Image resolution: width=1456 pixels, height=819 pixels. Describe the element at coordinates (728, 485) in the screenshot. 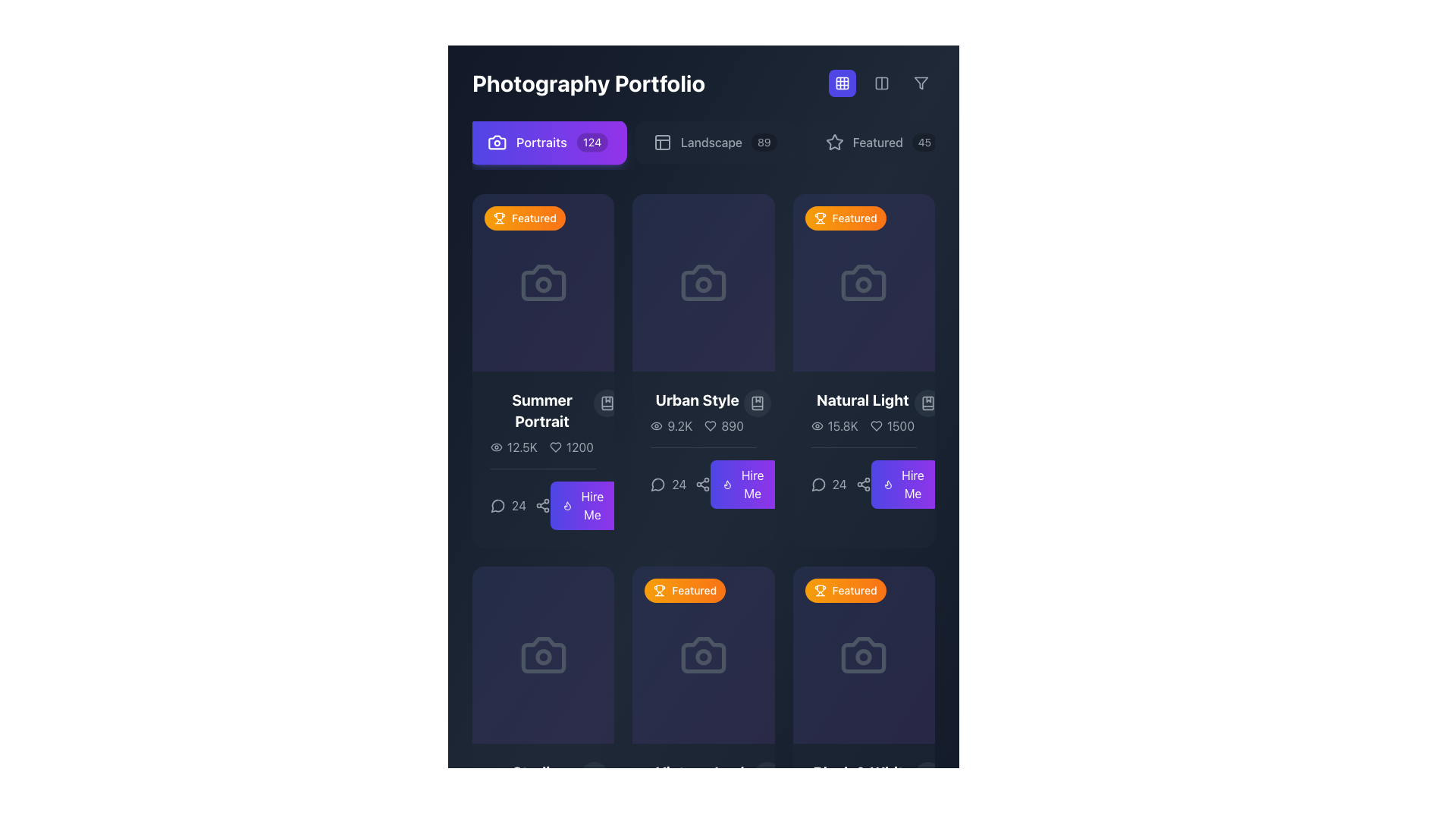

I see `the flame icon within the 'Hire Me' button on the second card of the second row in the 'Urban Style' section to emphasize urgency in hiring` at that location.